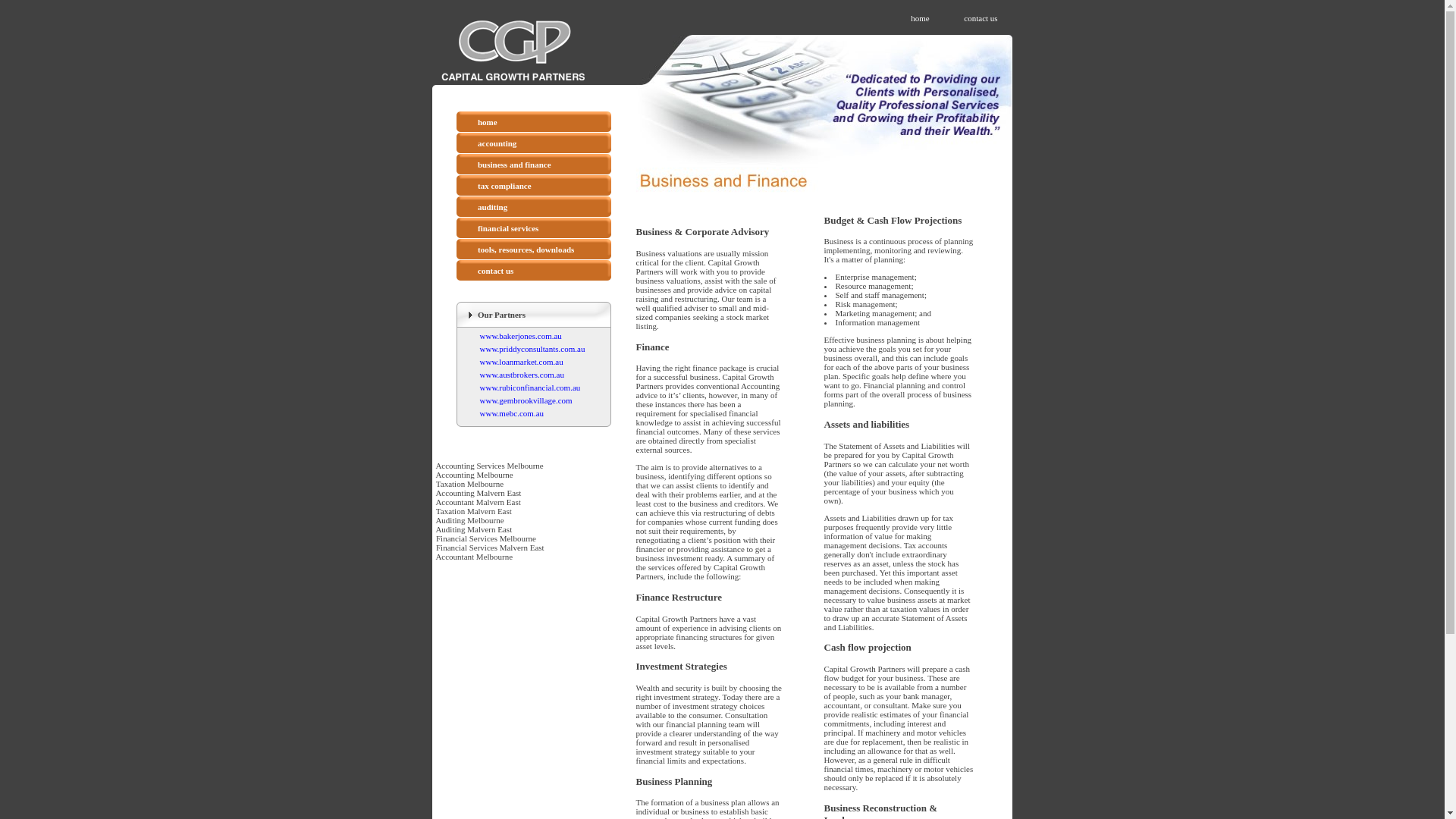 This screenshot has width=1456, height=819. Describe the element at coordinates (488, 121) in the screenshot. I see `'home'` at that location.